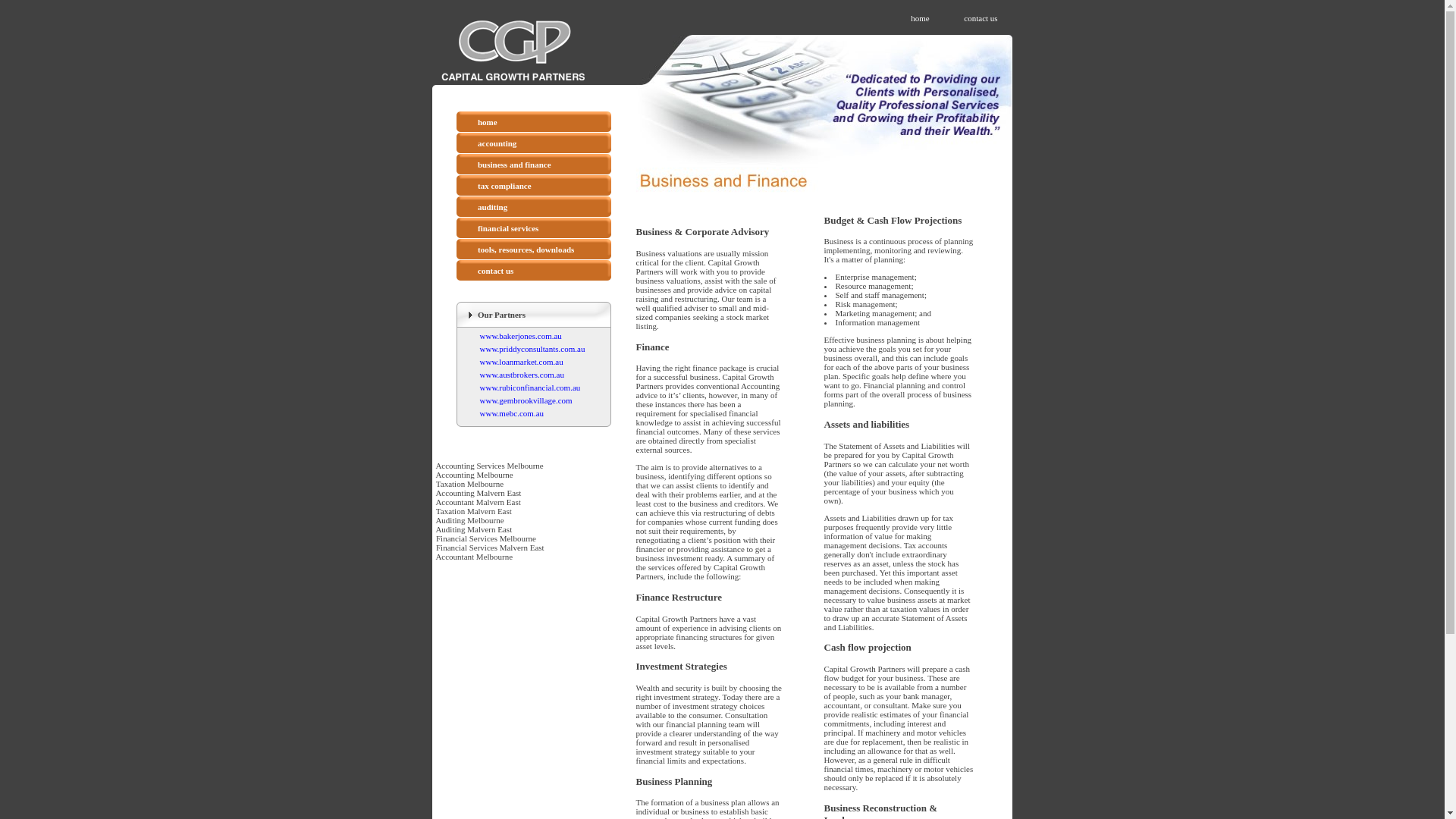 This screenshot has width=1456, height=819. Describe the element at coordinates (488, 121) in the screenshot. I see `'home'` at that location.